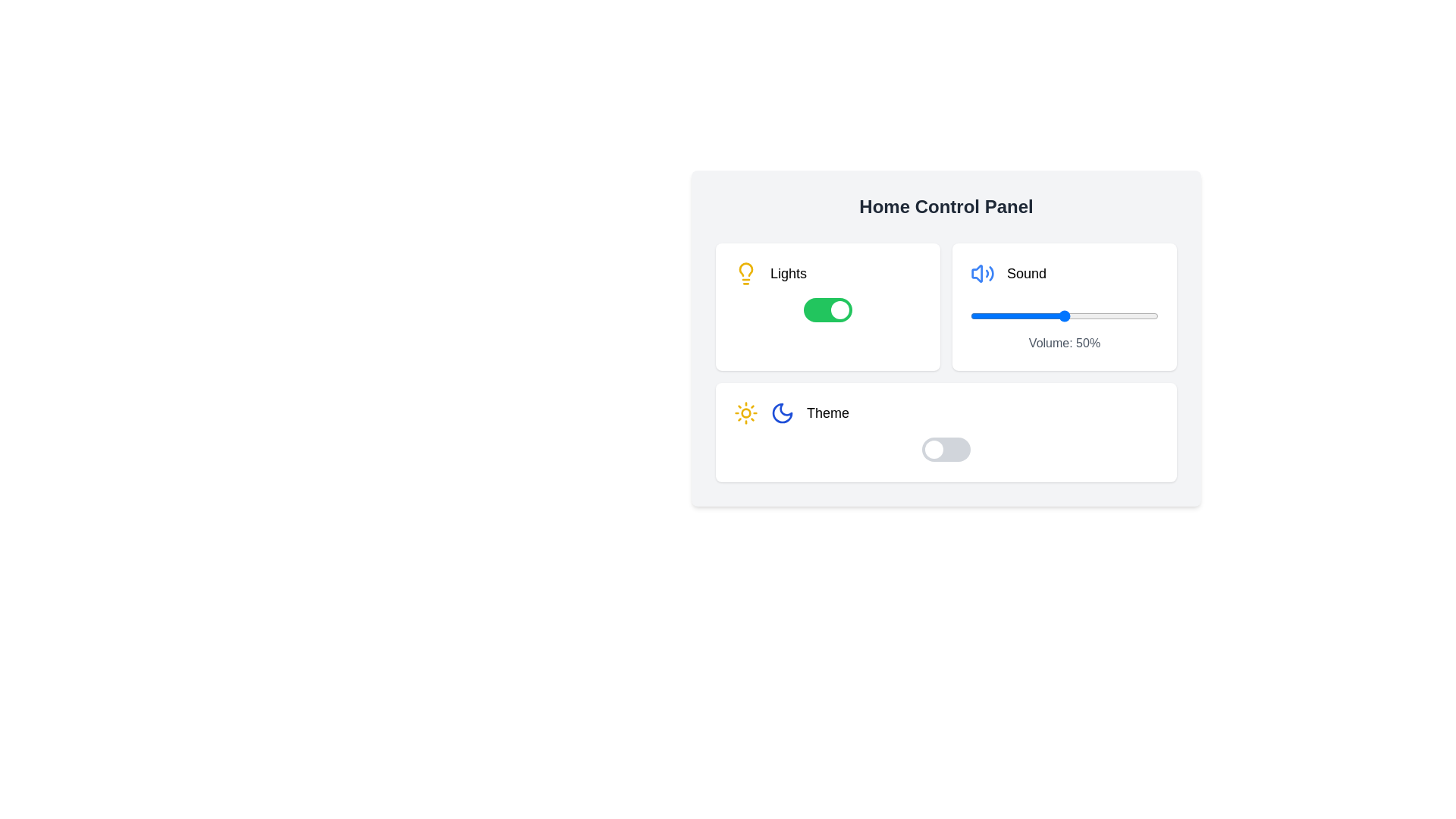 Image resolution: width=1456 pixels, height=819 pixels. I want to click on the moon icon in the Theme section of the Home Control Panel, which is styled in blue and represents the current theme, so click(783, 413).